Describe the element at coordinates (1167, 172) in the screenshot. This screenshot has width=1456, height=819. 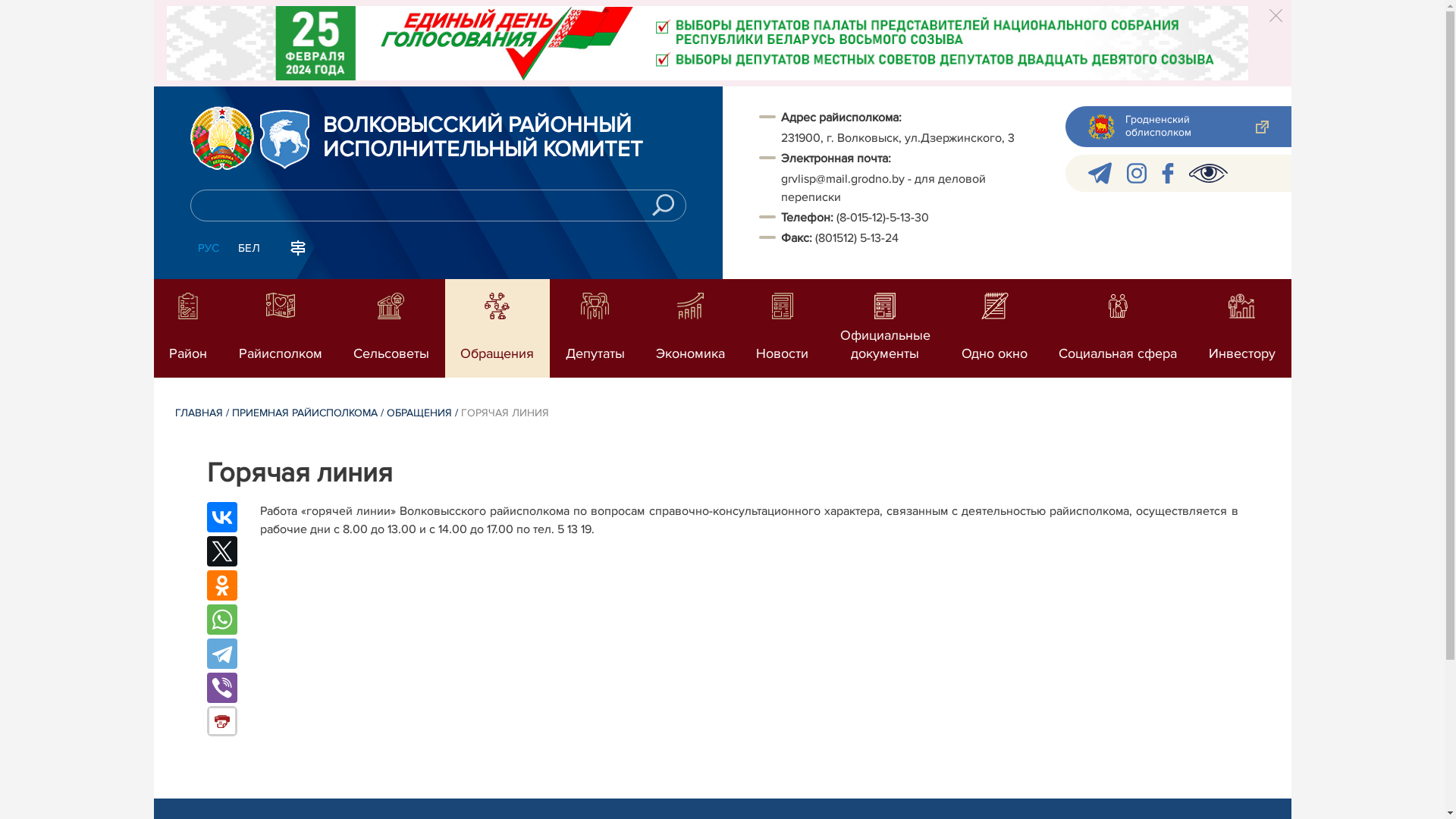
I see `'facebook'` at that location.